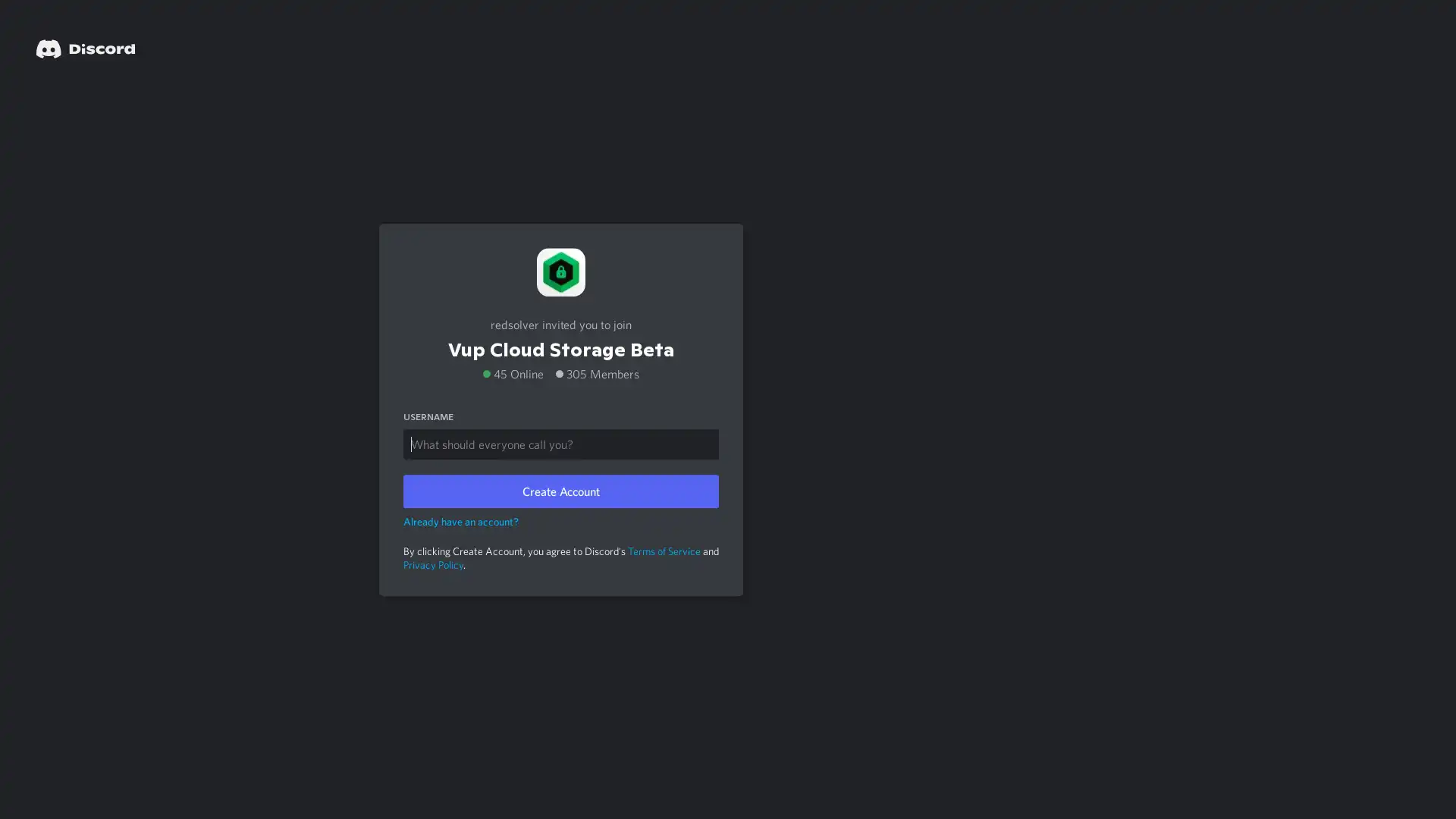  I want to click on Create Account, so click(560, 491).